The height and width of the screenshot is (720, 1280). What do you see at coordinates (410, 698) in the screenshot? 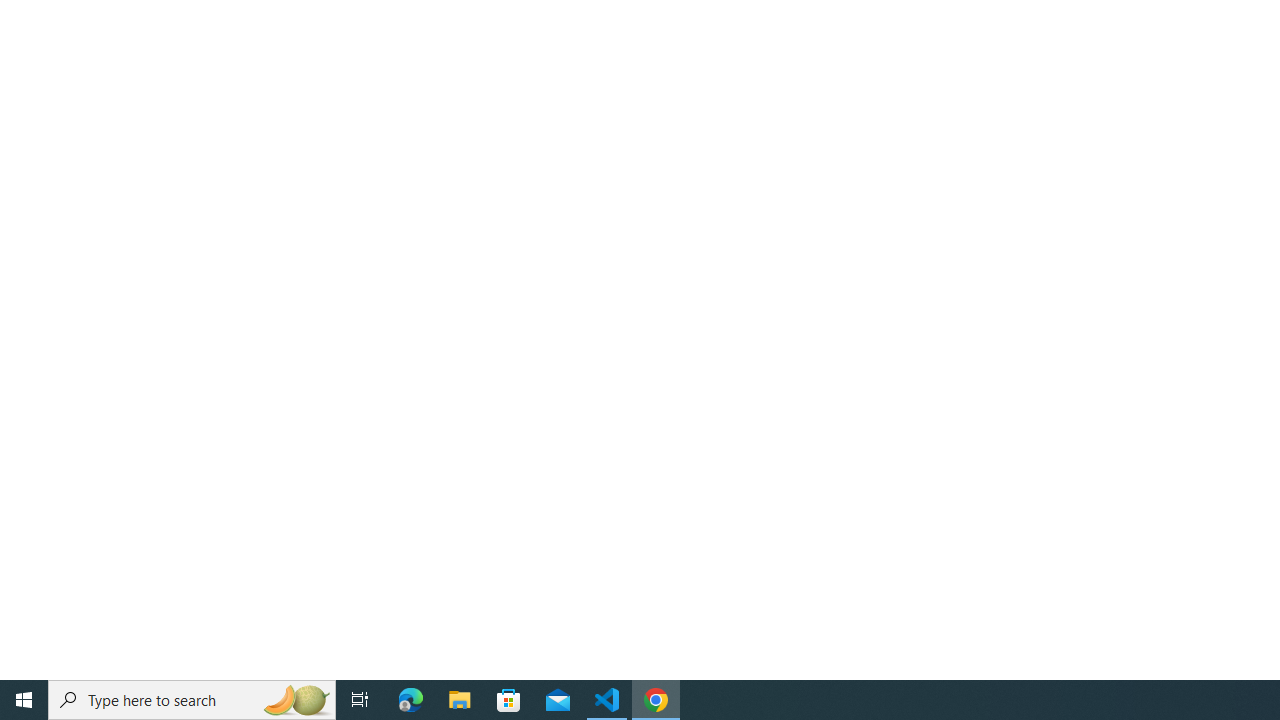
I see `'Microsoft Edge'` at bounding box center [410, 698].